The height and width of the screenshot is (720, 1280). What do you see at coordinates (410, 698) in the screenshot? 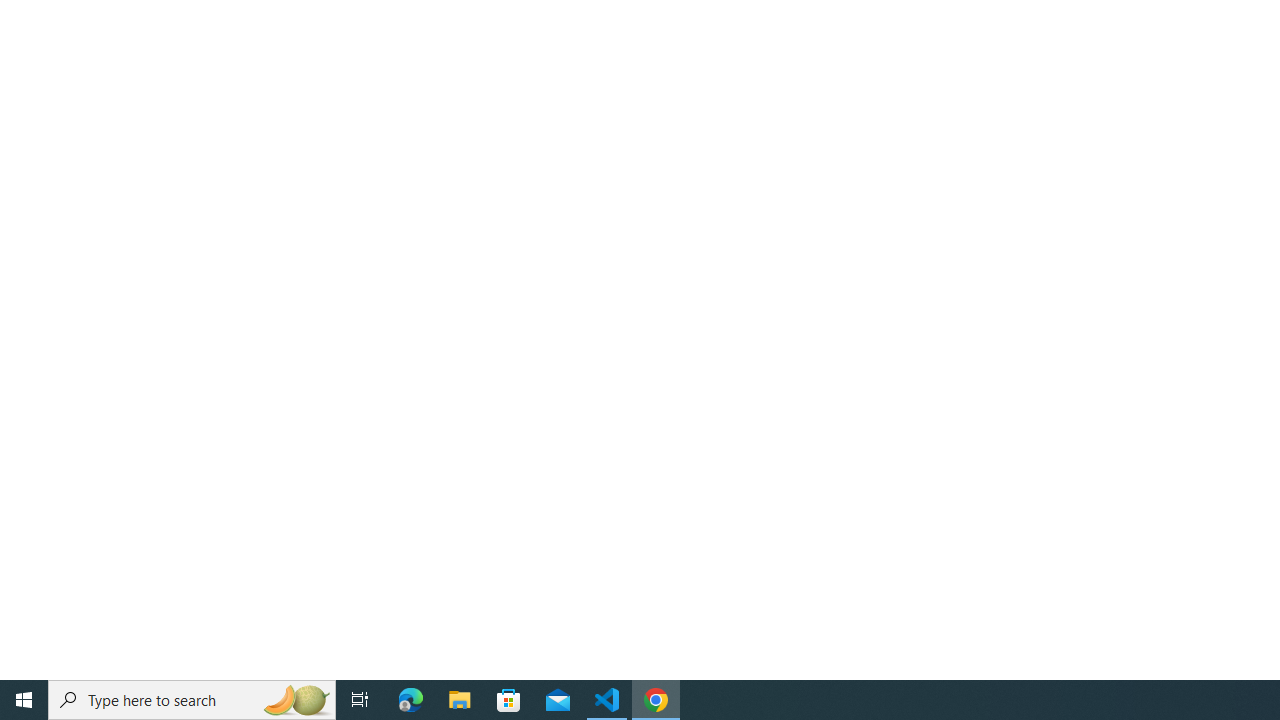
I see `'Microsoft Edge'` at bounding box center [410, 698].